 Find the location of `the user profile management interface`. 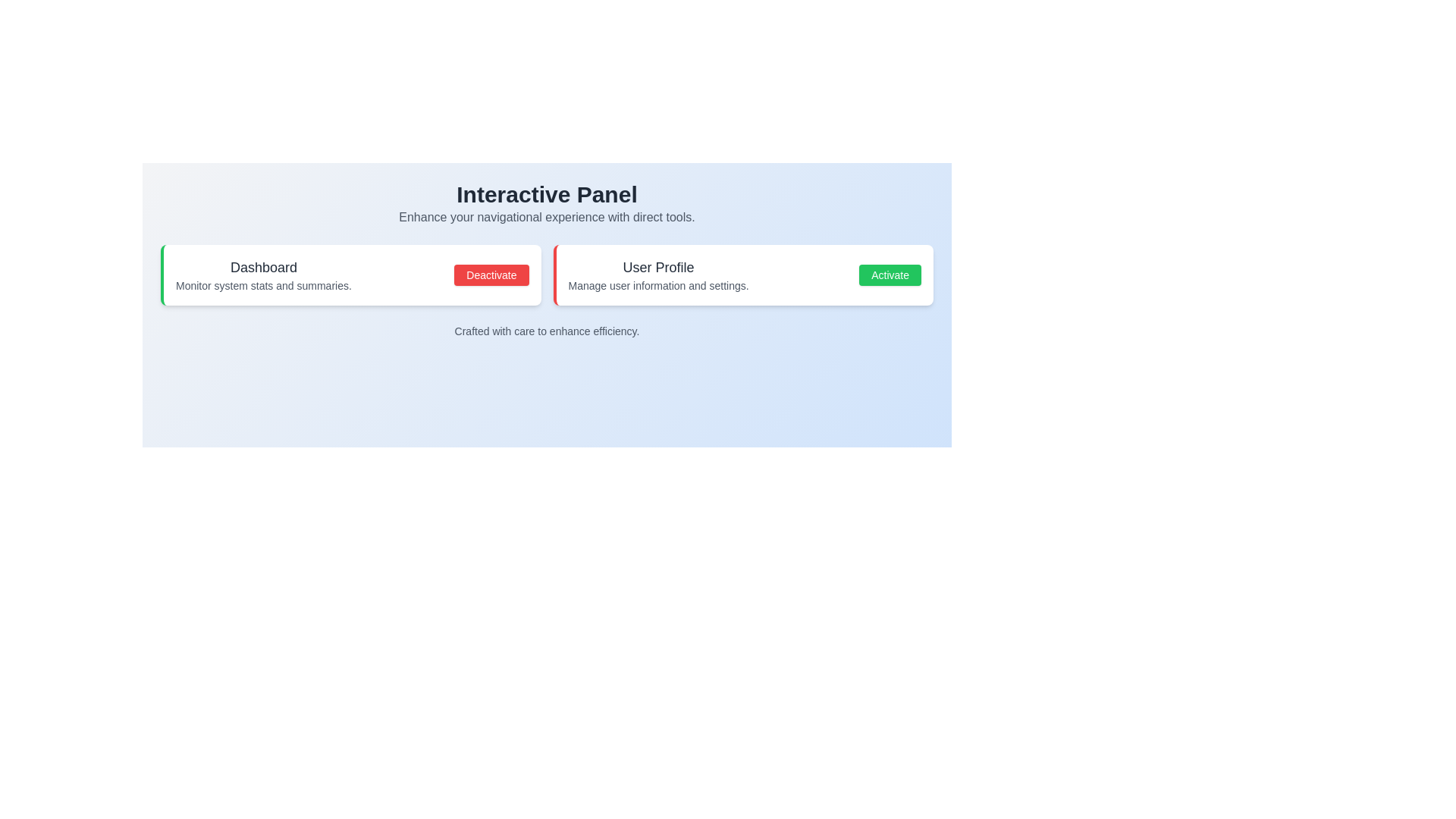

the user profile management interface is located at coordinates (745, 275).